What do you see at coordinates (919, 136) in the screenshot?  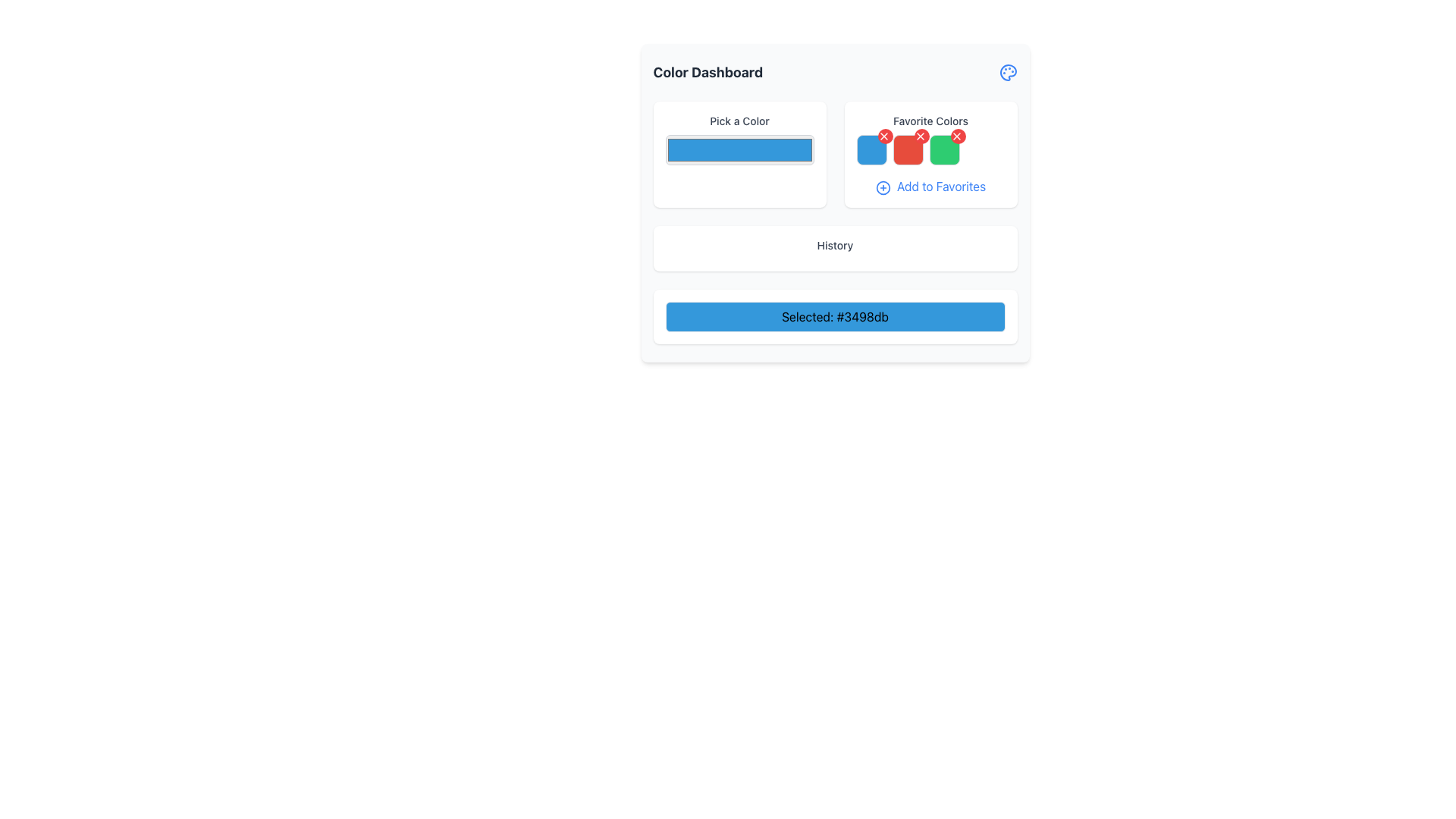 I see `the close button icon located at the top-right corner of the red square color card in the 'Favorite Colors' section of the Color Dashboard` at bounding box center [919, 136].